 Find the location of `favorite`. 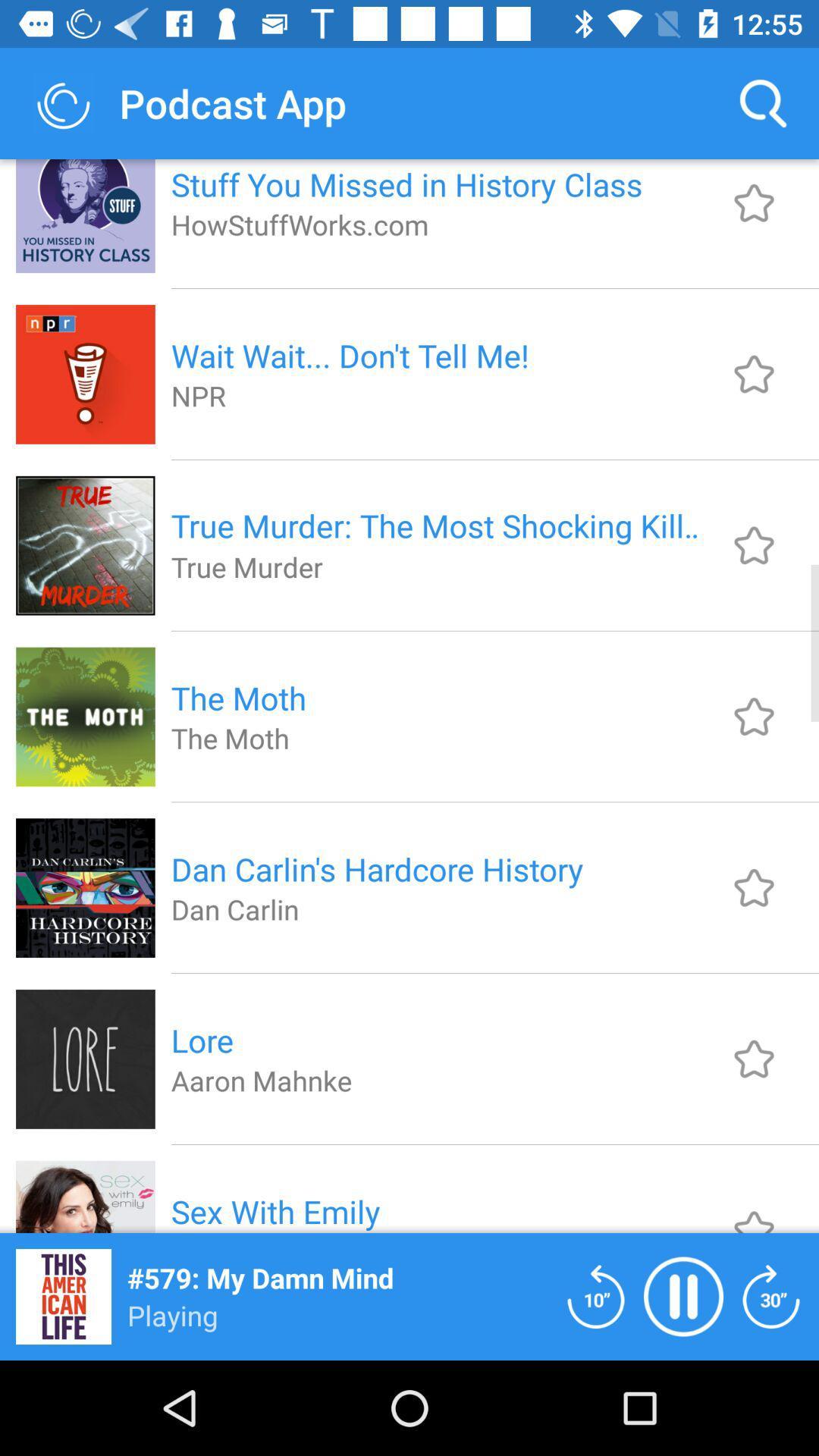

favorite is located at coordinates (754, 1208).